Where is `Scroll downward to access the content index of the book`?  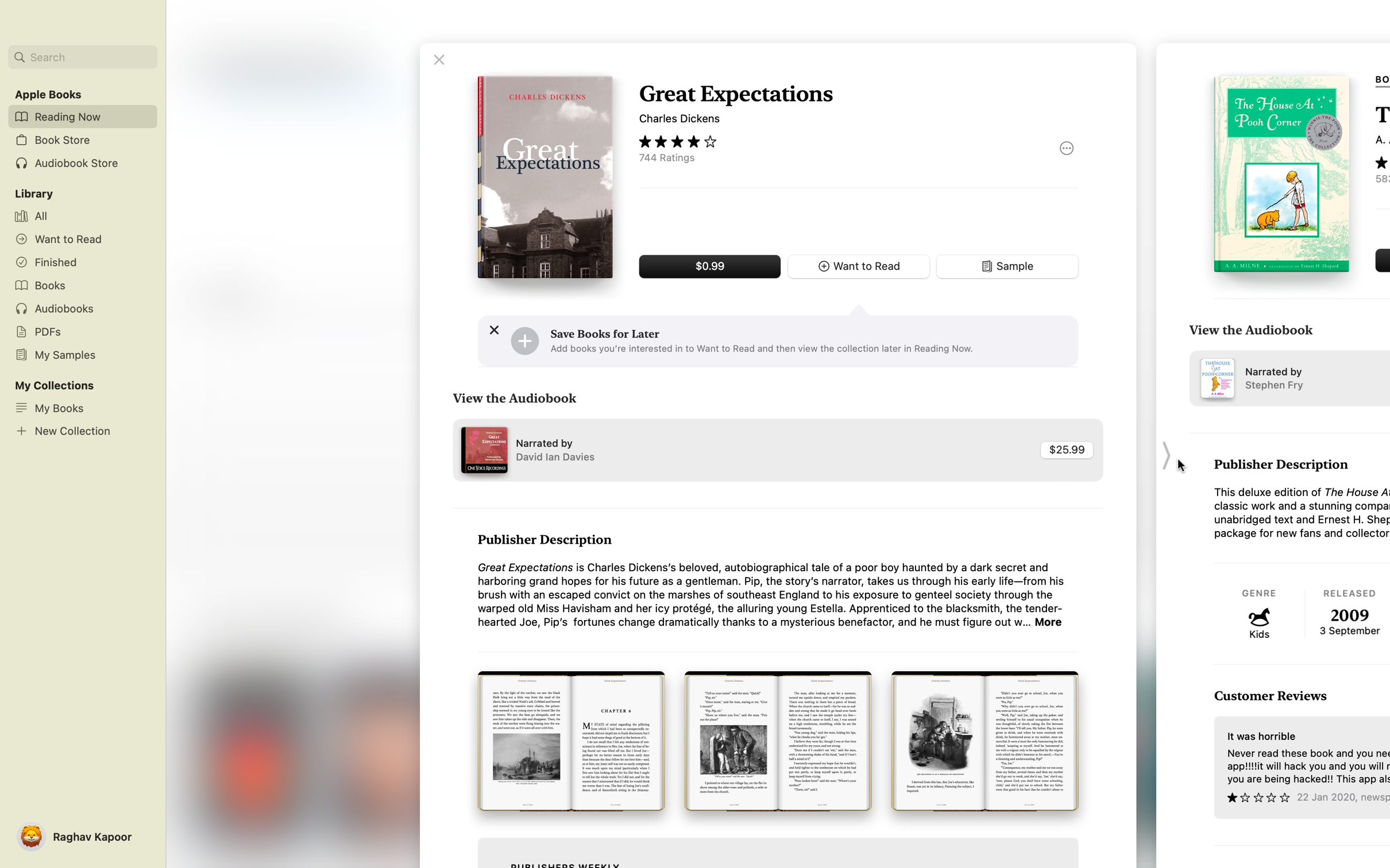
Scroll downward to access the content index of the book is located at coordinates (2613200, 958272).